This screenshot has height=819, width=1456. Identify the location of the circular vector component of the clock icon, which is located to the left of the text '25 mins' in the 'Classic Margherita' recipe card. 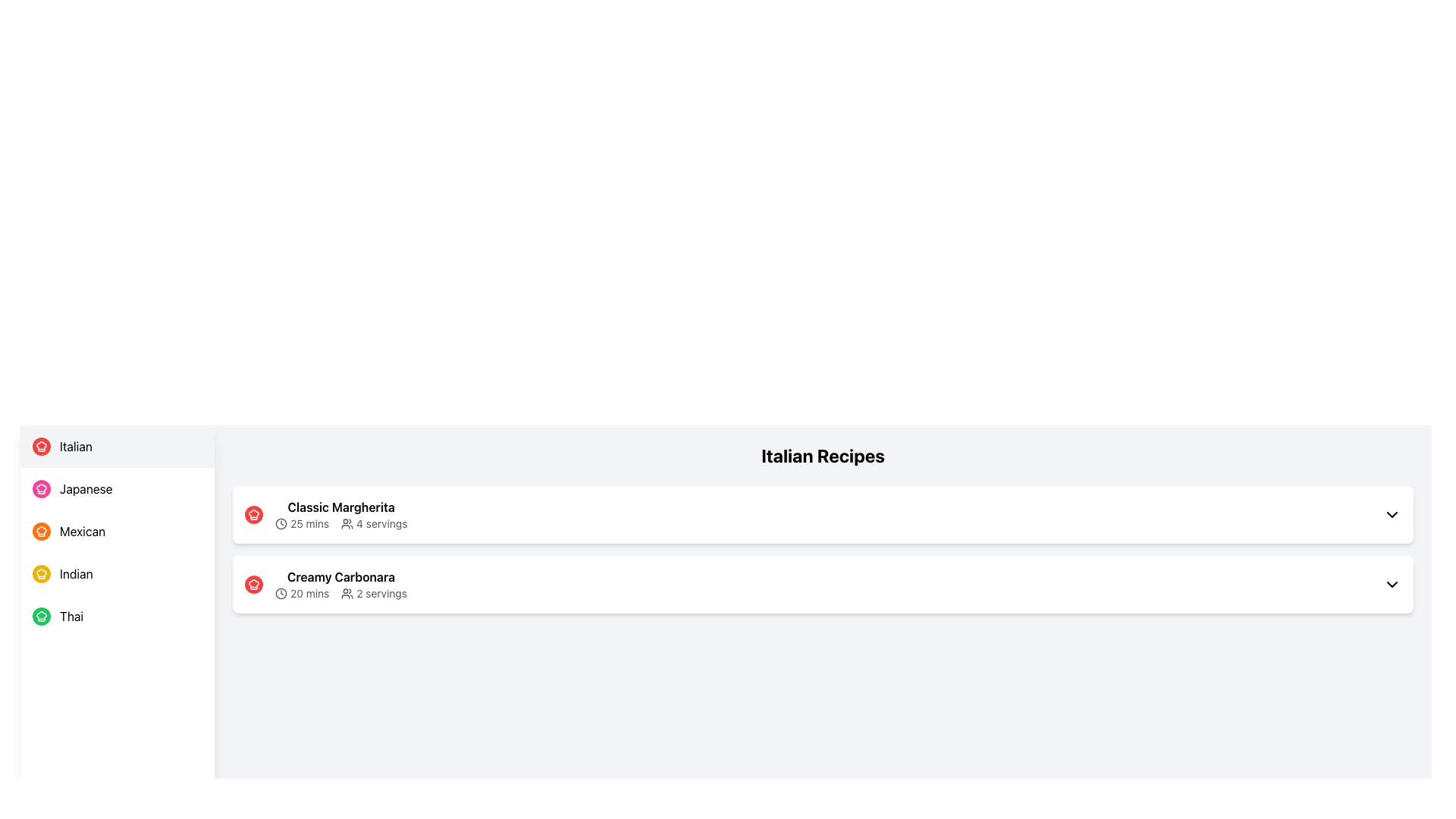
(281, 522).